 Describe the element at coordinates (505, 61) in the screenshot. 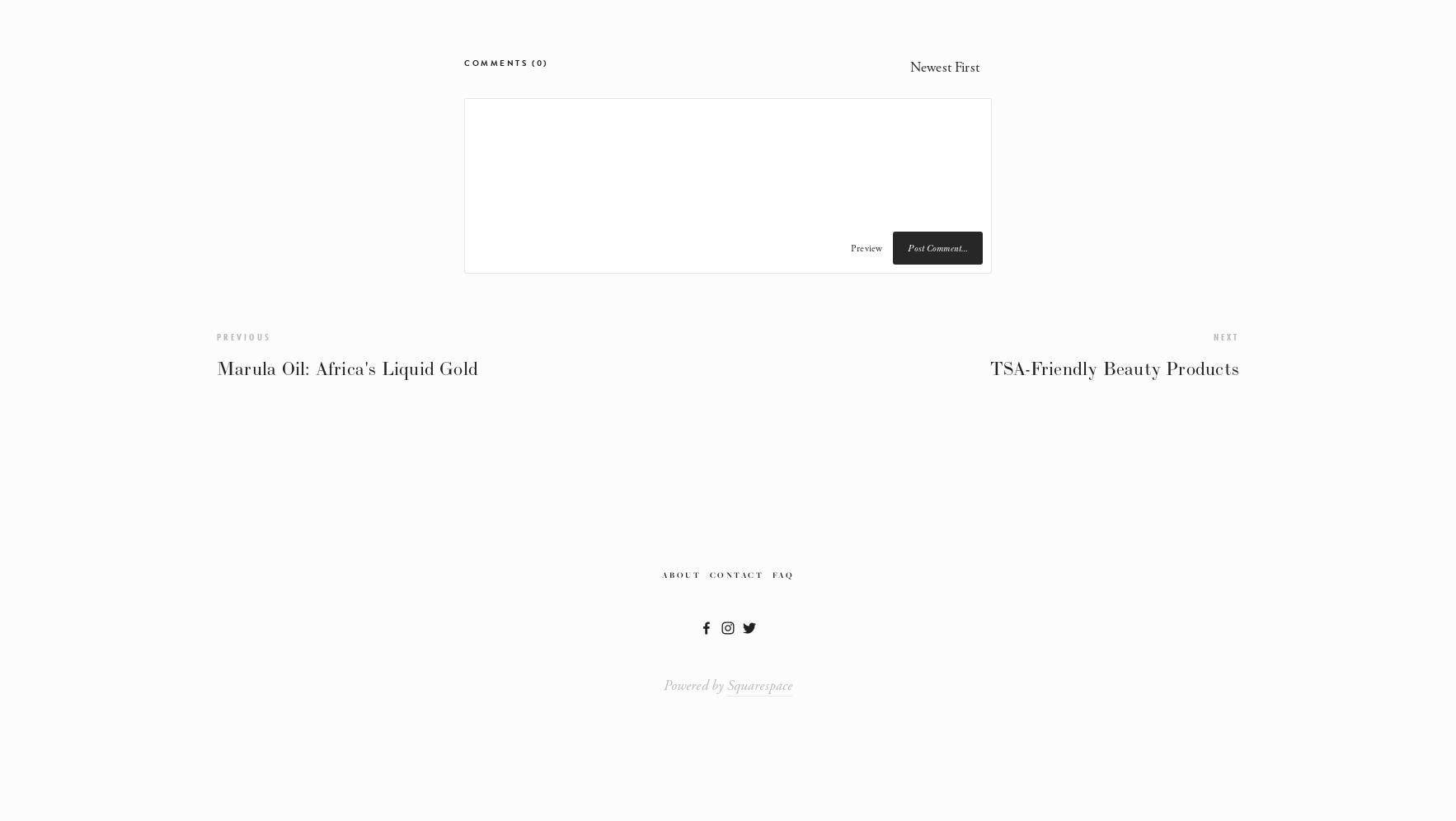

I see `'Comments (0)'` at that location.